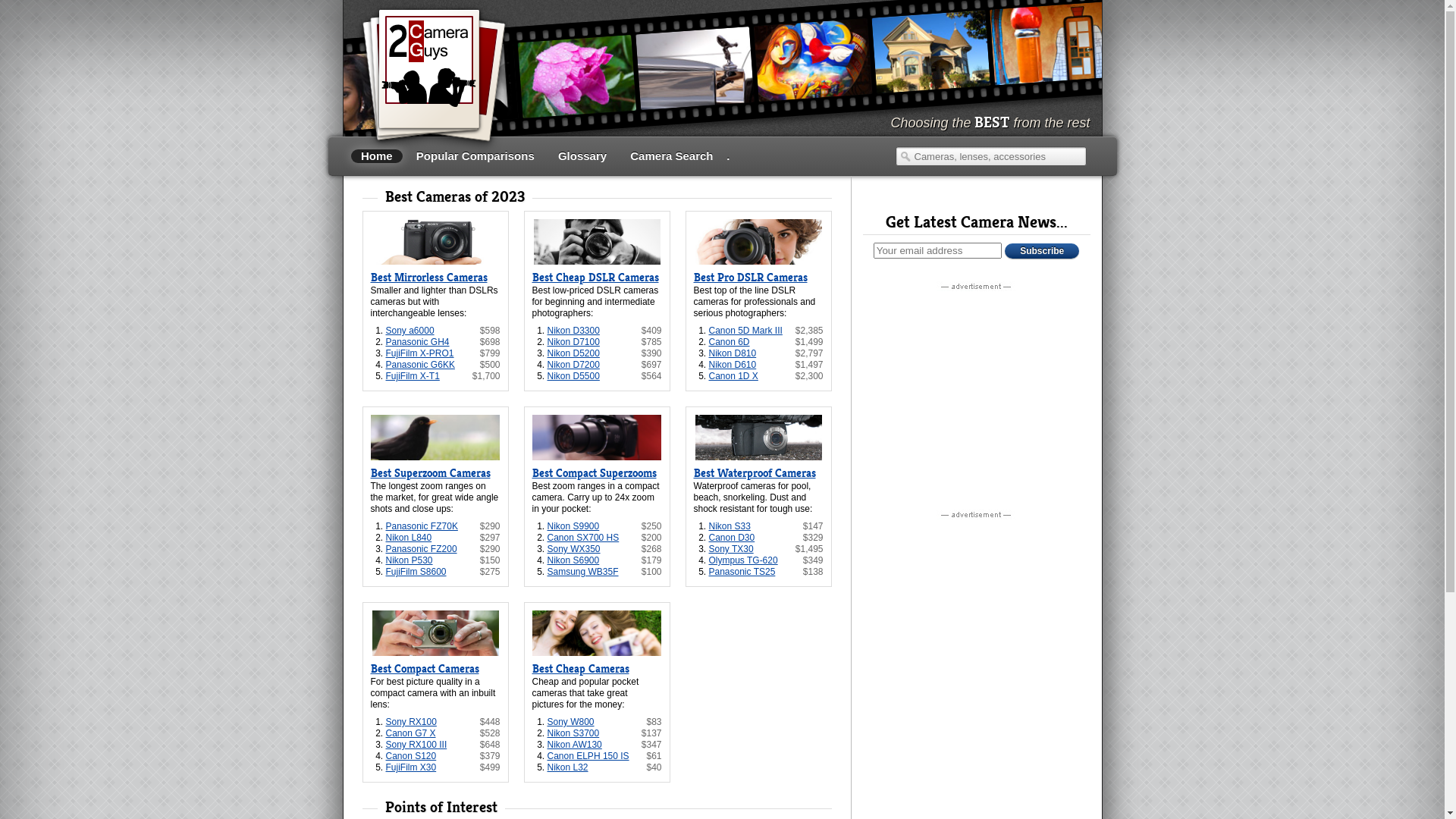 Image resolution: width=1456 pixels, height=819 pixels. What do you see at coordinates (1040, 250) in the screenshot?
I see `'Subscribe'` at bounding box center [1040, 250].